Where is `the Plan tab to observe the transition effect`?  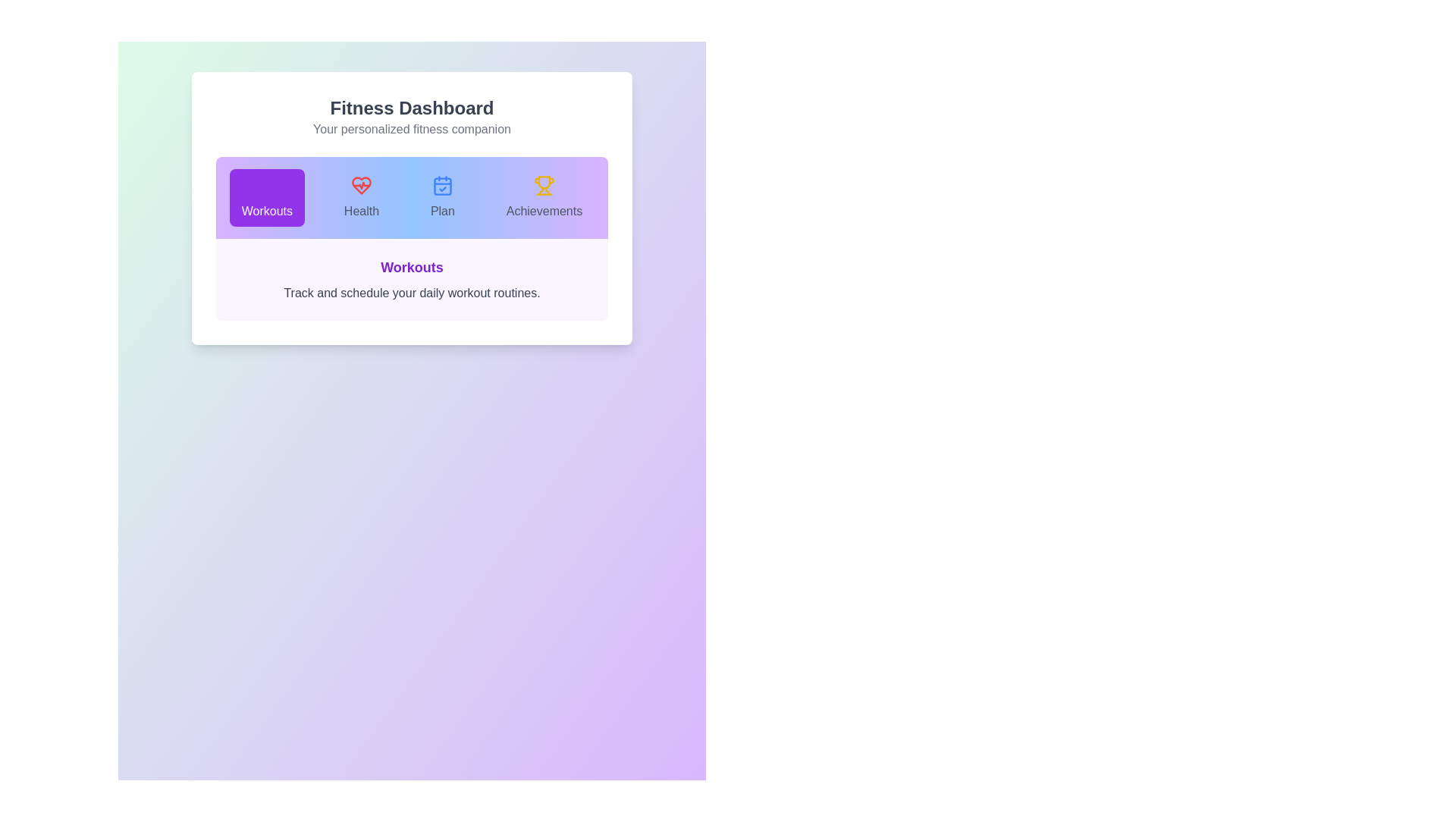 the Plan tab to observe the transition effect is located at coordinates (442, 197).